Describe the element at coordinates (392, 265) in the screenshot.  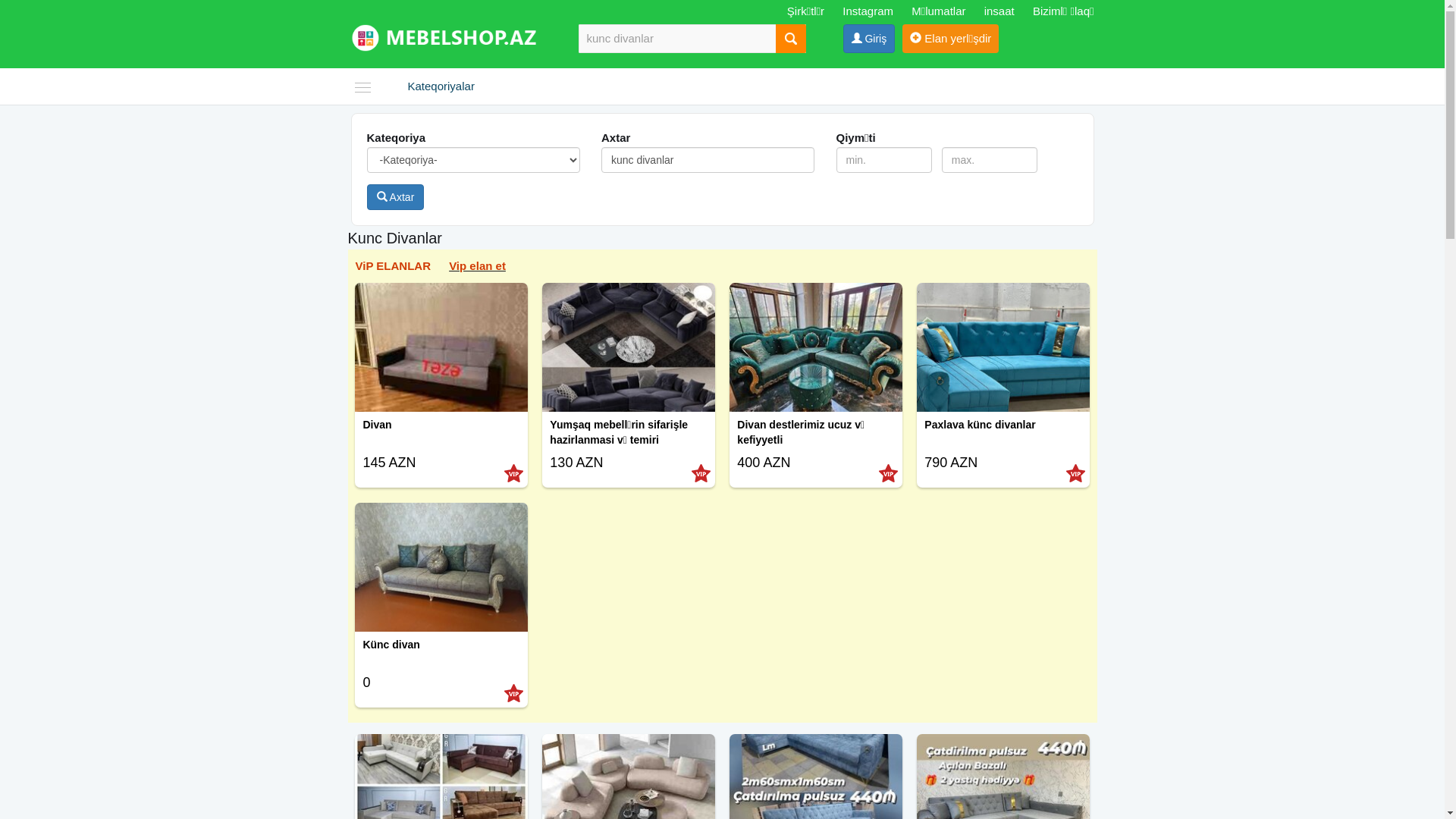
I see `'ViP ELANLAR'` at that location.